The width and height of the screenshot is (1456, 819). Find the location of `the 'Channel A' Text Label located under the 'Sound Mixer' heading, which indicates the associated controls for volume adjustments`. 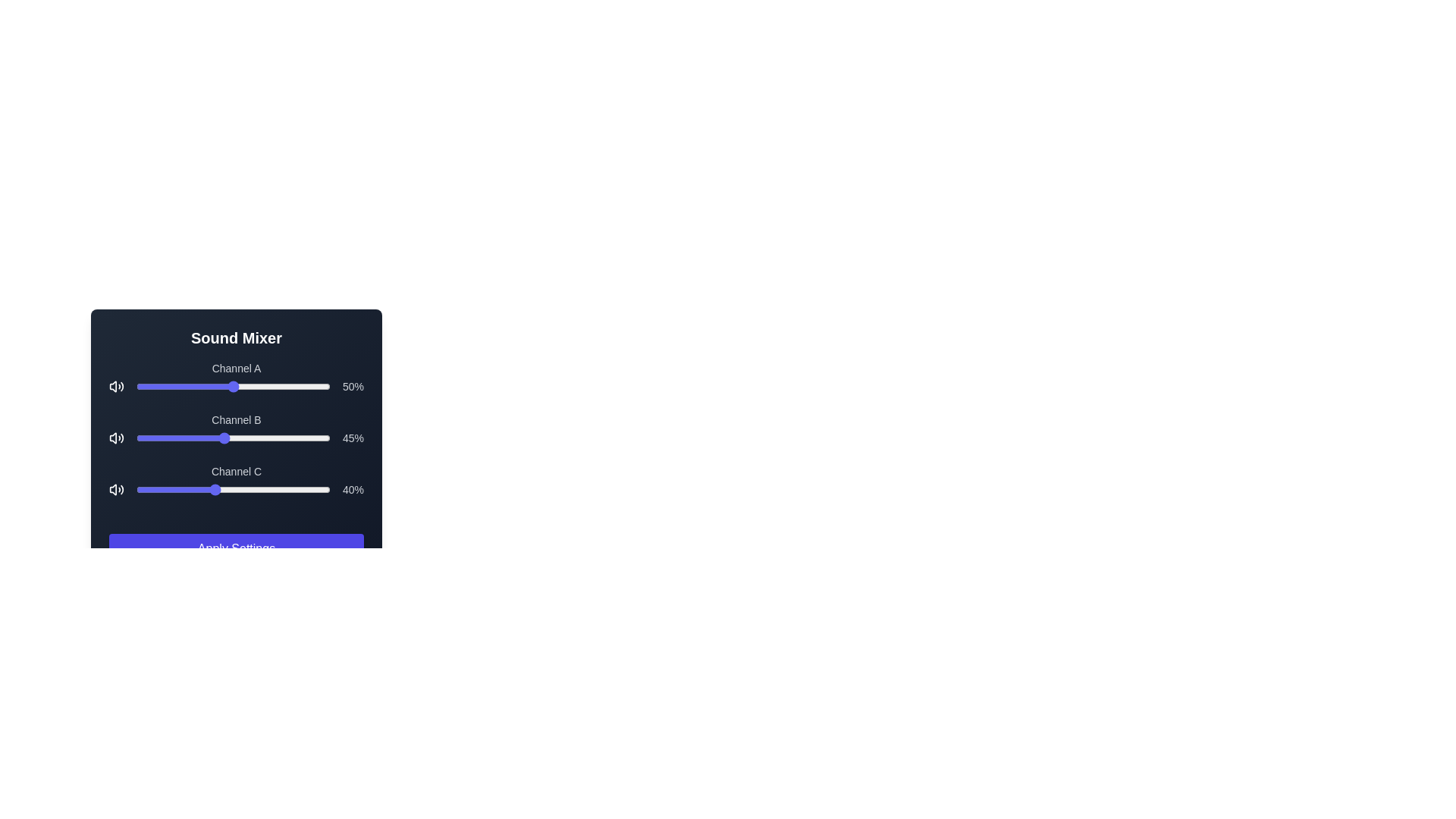

the 'Channel A' Text Label located under the 'Sound Mixer' heading, which indicates the associated controls for volume adjustments is located at coordinates (236, 369).